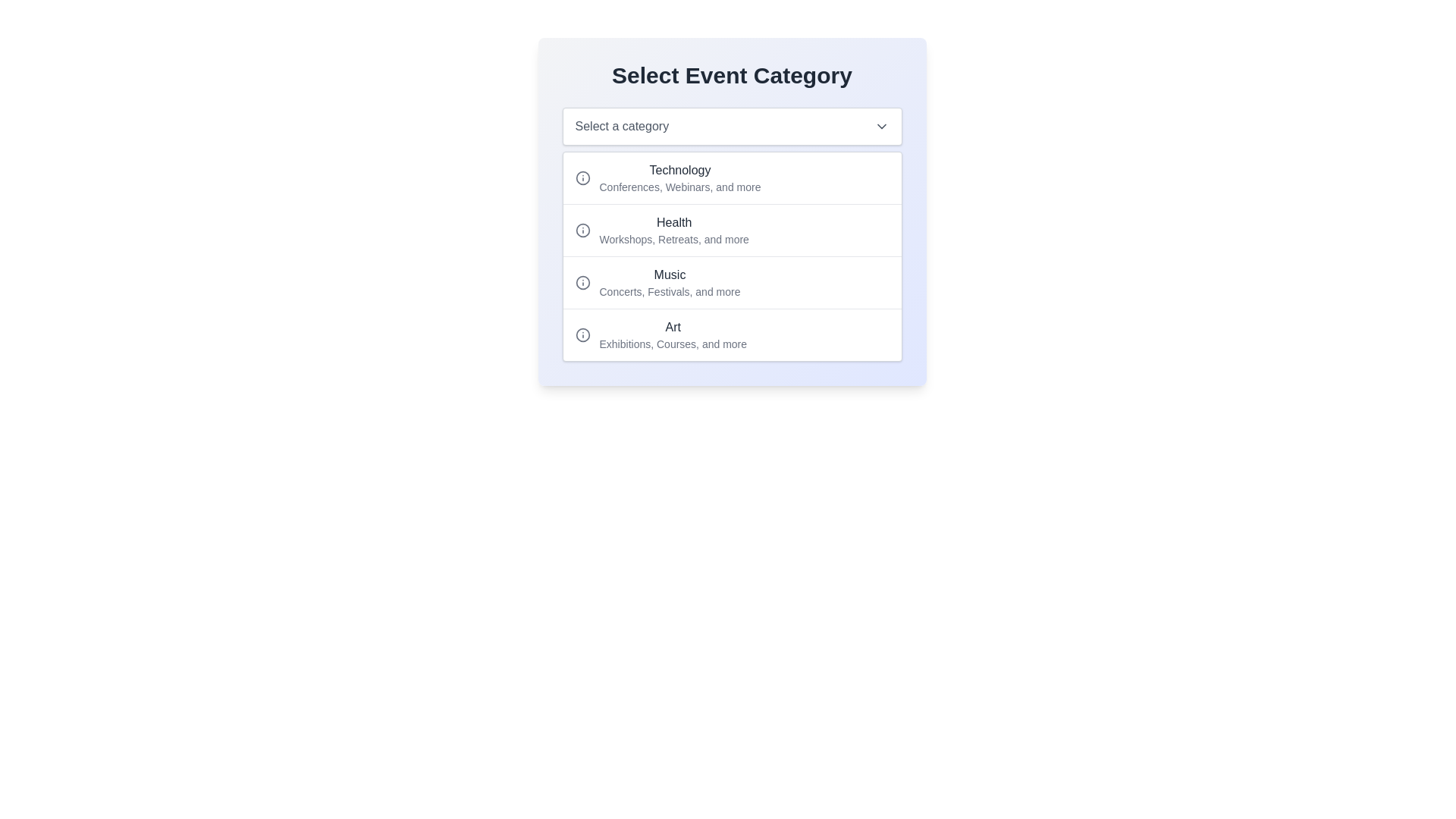 This screenshot has width=1456, height=819. I want to click on the small circular icon with a gray outlined border and an 'i' inside, located next to the text 'Health', so click(582, 231).